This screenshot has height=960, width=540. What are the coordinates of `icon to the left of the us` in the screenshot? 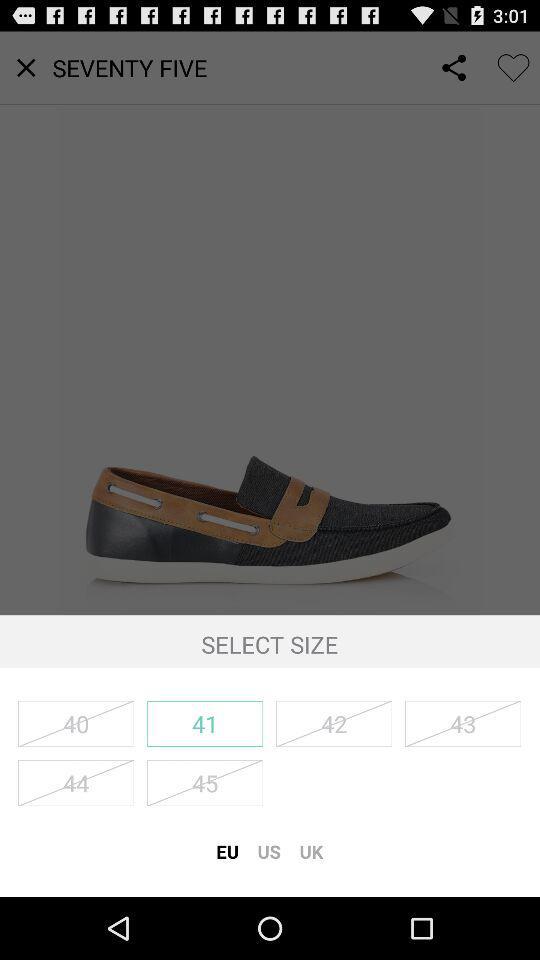 It's located at (226, 850).